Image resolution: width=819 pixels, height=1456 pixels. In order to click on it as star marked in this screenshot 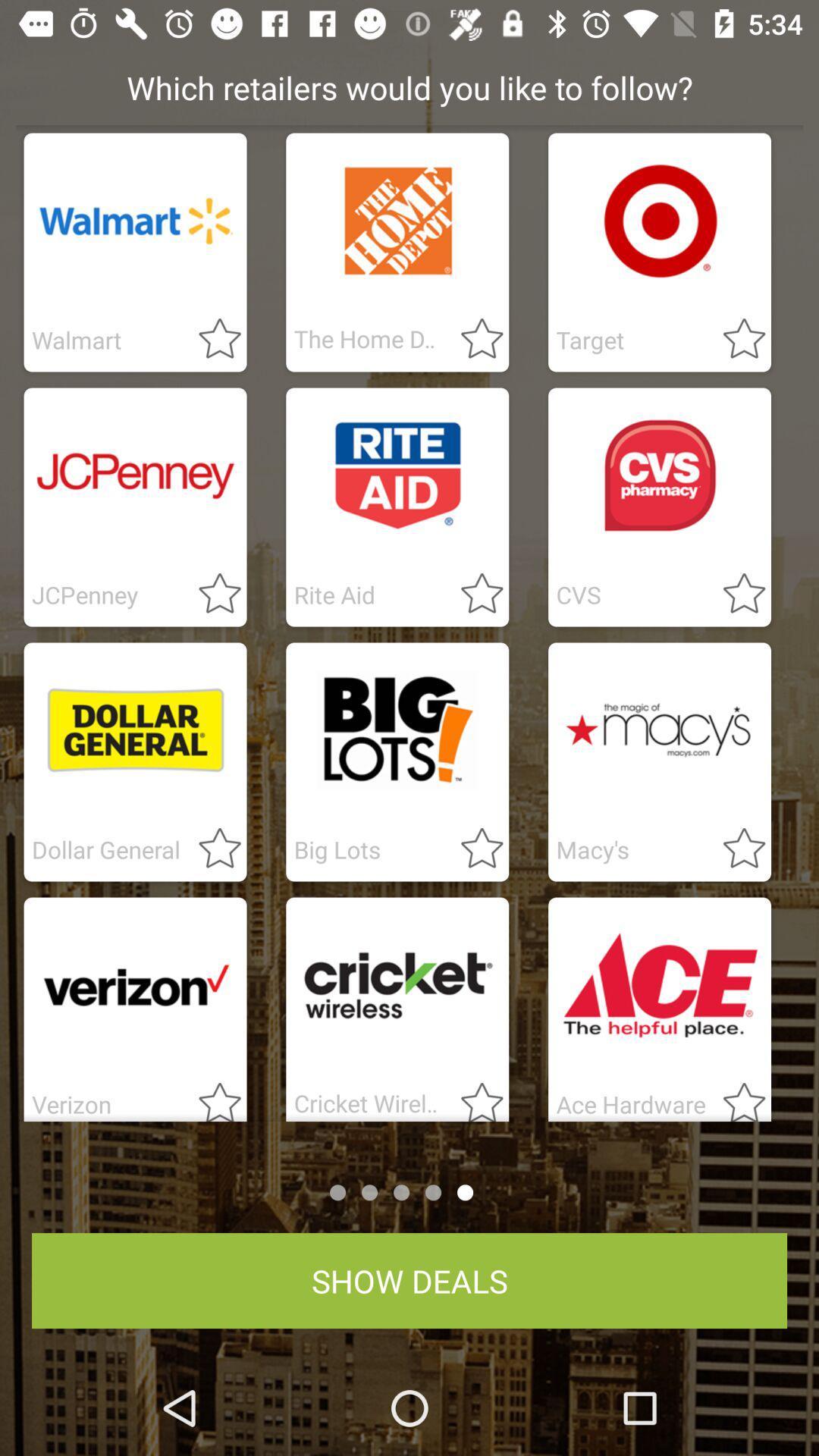, I will do `click(211, 594)`.